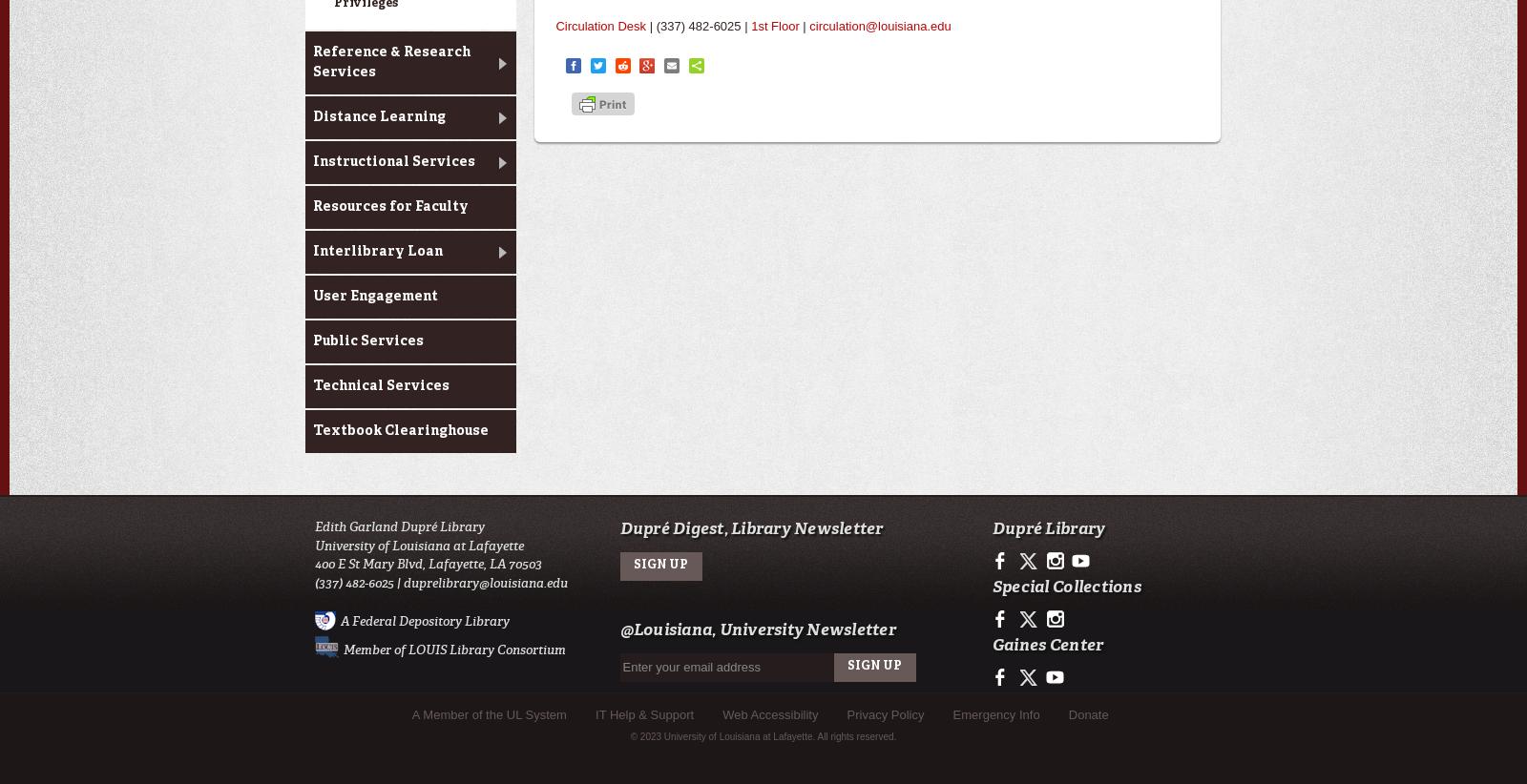 This screenshot has height=784, width=1527. I want to click on 'IT Help & Support', so click(644, 712).